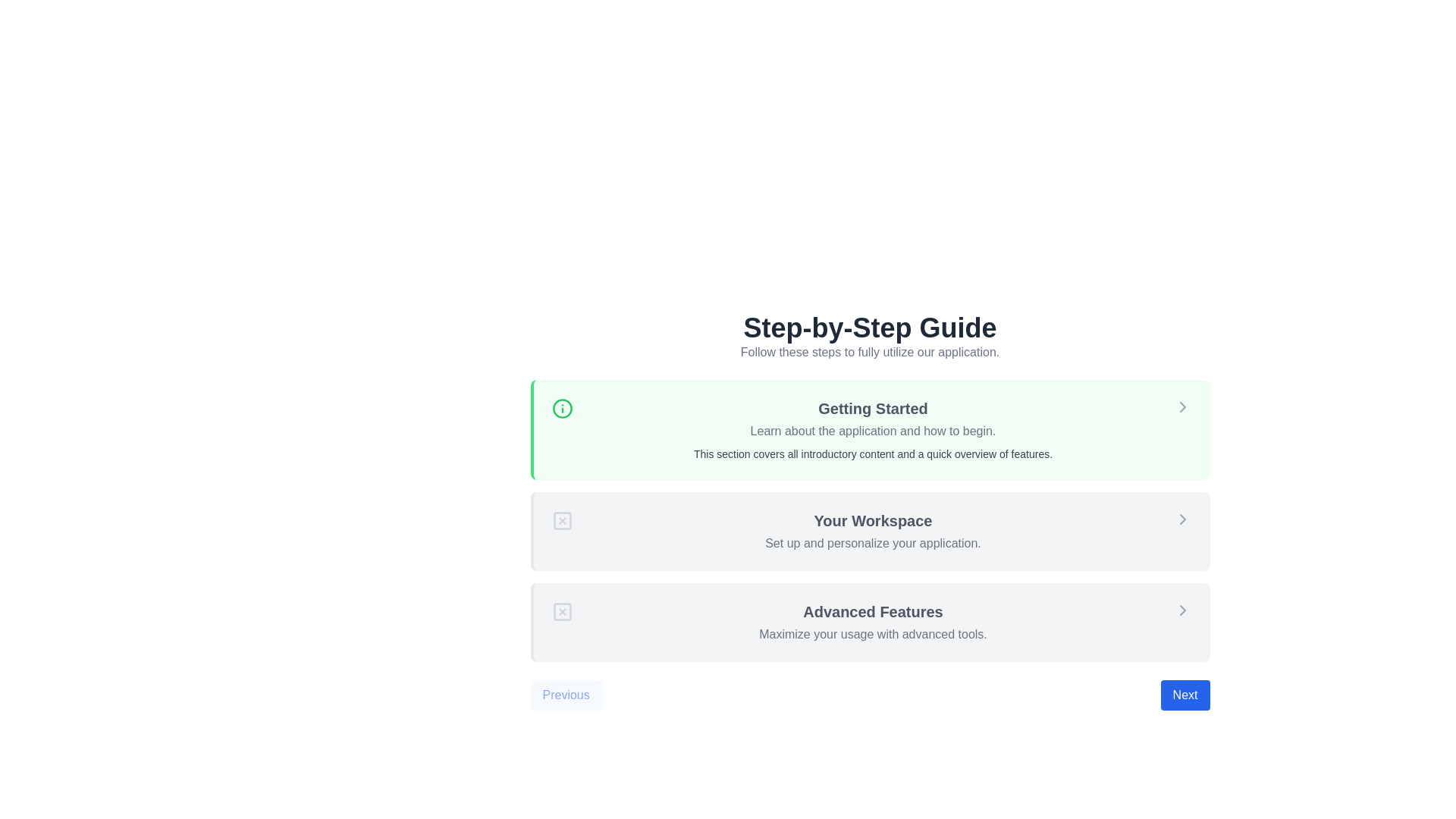 This screenshot has width=1456, height=819. Describe the element at coordinates (561, 610) in the screenshot. I see `the visual icon for the Advanced Features section` at that location.